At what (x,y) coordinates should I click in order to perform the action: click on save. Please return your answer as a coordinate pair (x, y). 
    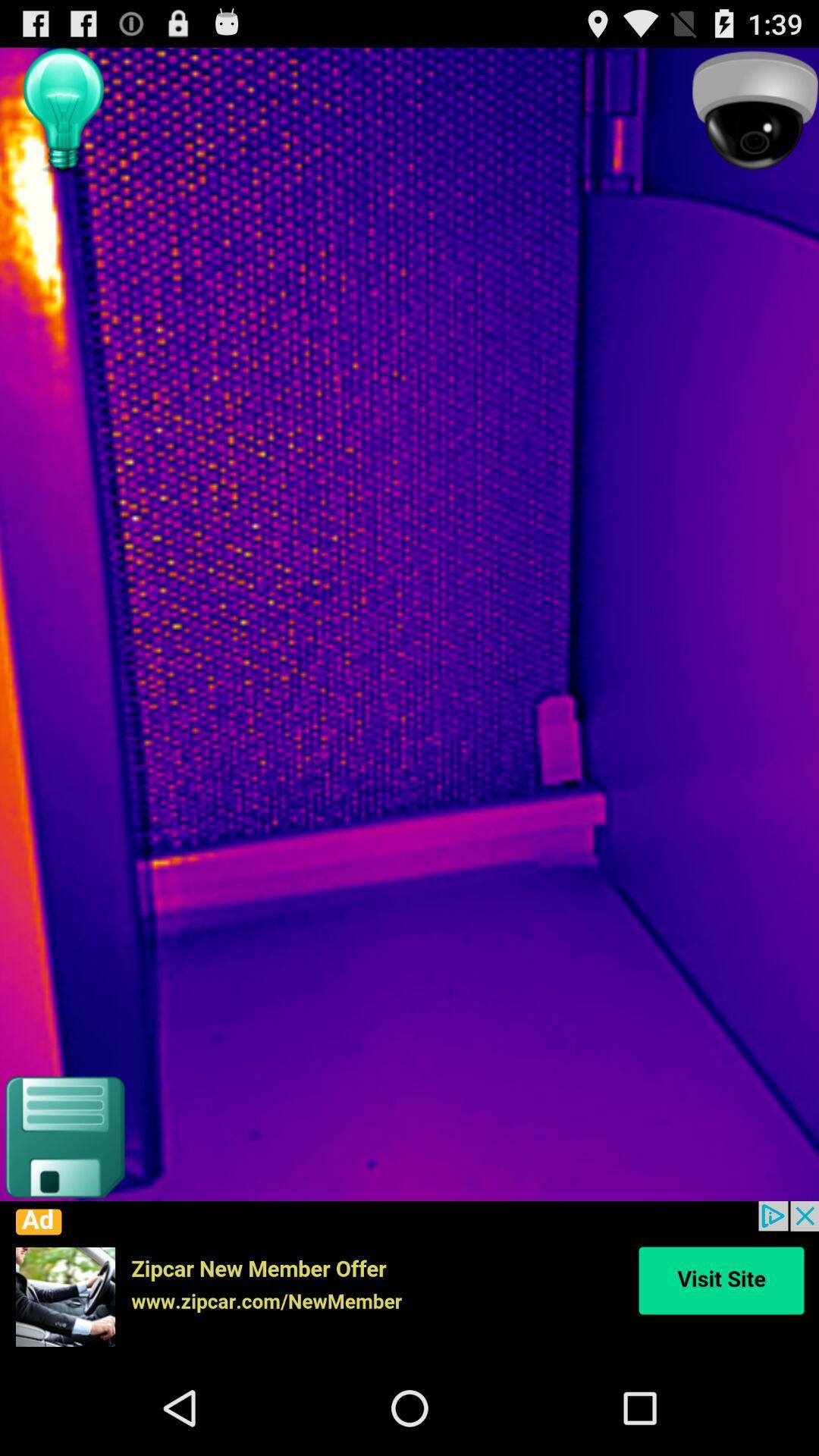
    Looking at the image, I should click on (63, 1137).